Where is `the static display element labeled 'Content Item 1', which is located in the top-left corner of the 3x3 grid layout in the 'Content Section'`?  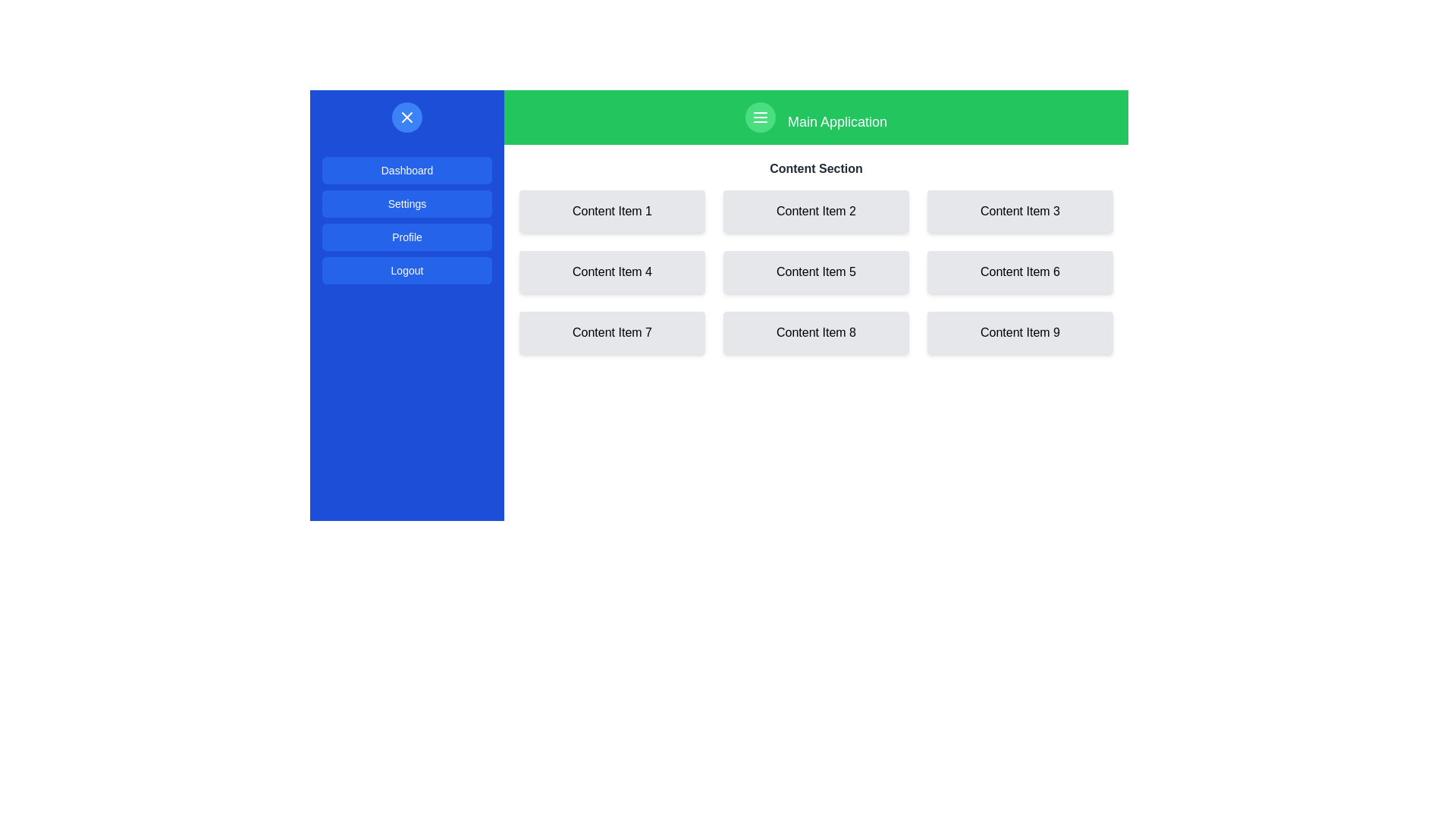
the static display element labeled 'Content Item 1', which is located in the top-left corner of the 3x3 grid layout in the 'Content Section' is located at coordinates (612, 211).